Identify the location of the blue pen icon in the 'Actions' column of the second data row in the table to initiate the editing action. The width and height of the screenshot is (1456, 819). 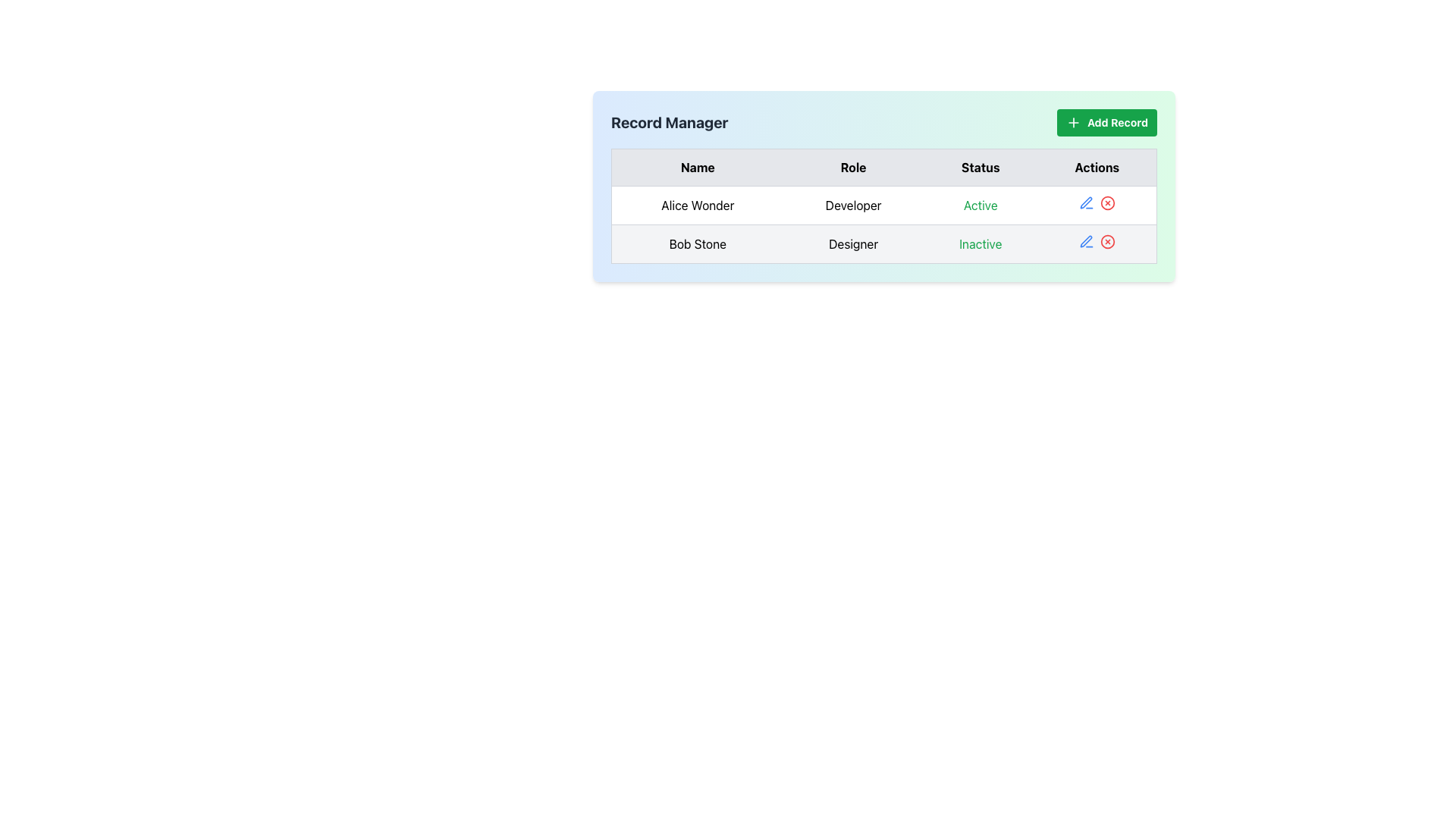
(1085, 202).